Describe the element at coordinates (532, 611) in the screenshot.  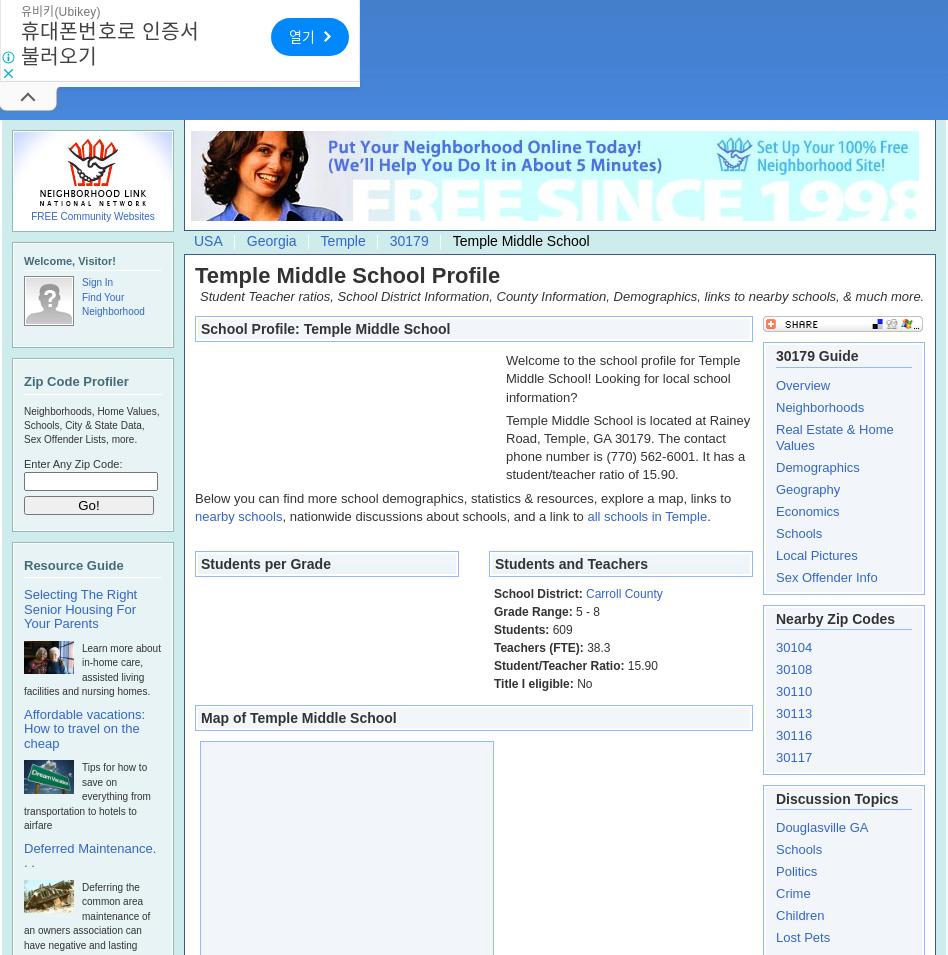
I see `'Grade Range:'` at that location.